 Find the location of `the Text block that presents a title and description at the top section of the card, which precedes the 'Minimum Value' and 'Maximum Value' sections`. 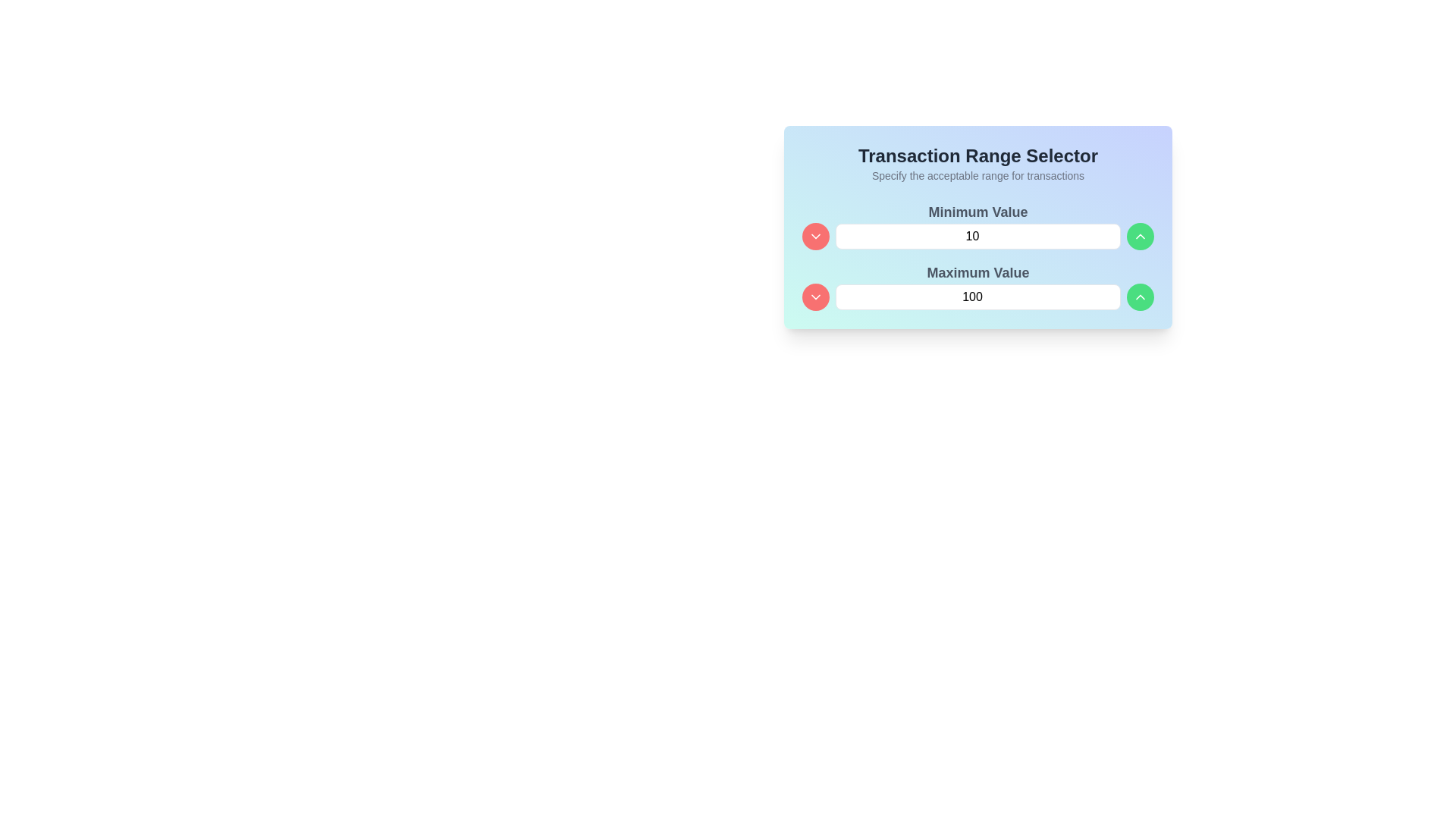

the Text block that presents a title and description at the top section of the card, which precedes the 'Minimum Value' and 'Maximum Value' sections is located at coordinates (978, 164).